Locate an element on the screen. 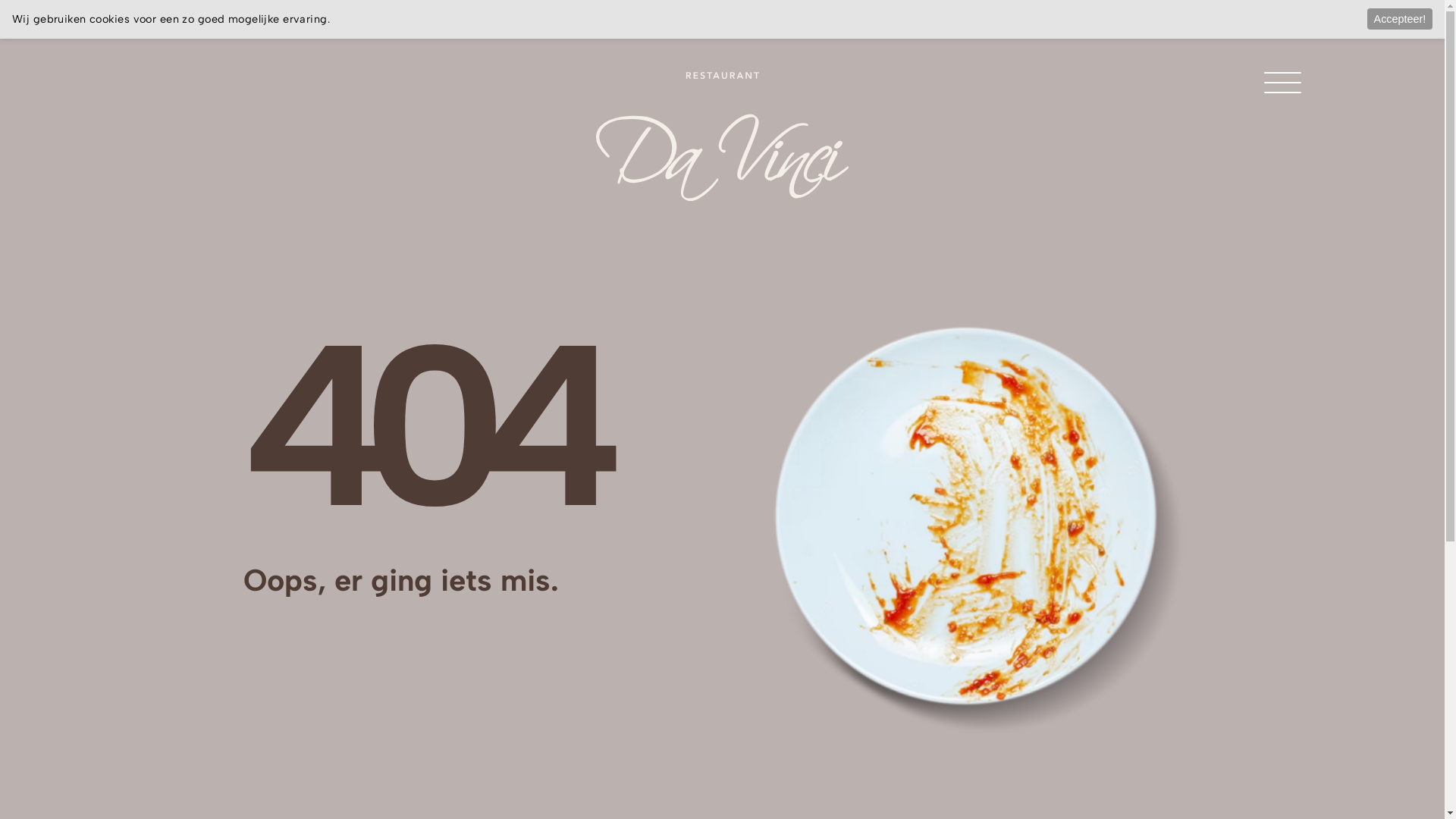  'Accepteer!' is located at coordinates (1399, 18).